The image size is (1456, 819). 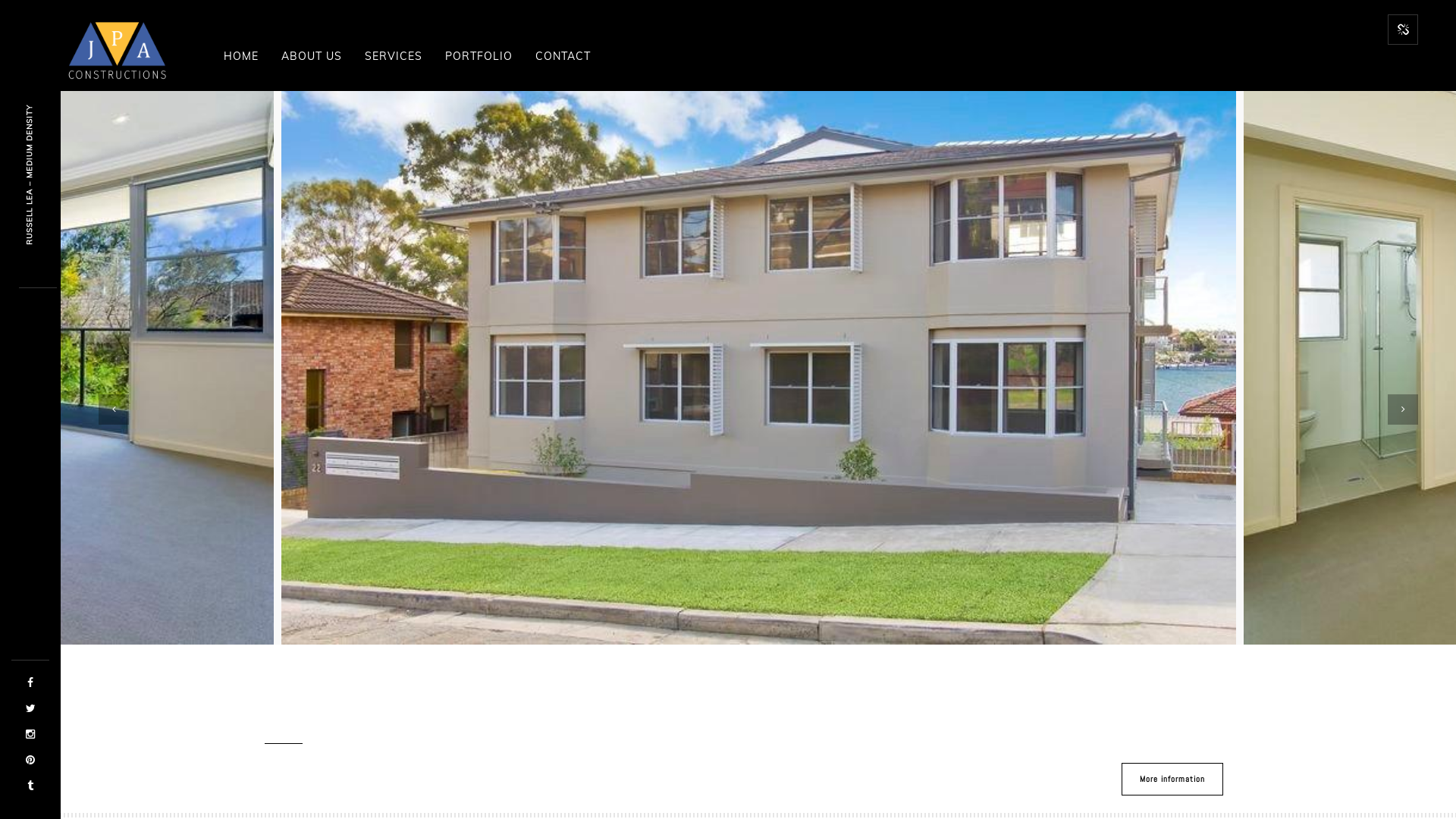 What do you see at coordinates (393, 55) in the screenshot?
I see `'SERVICES'` at bounding box center [393, 55].